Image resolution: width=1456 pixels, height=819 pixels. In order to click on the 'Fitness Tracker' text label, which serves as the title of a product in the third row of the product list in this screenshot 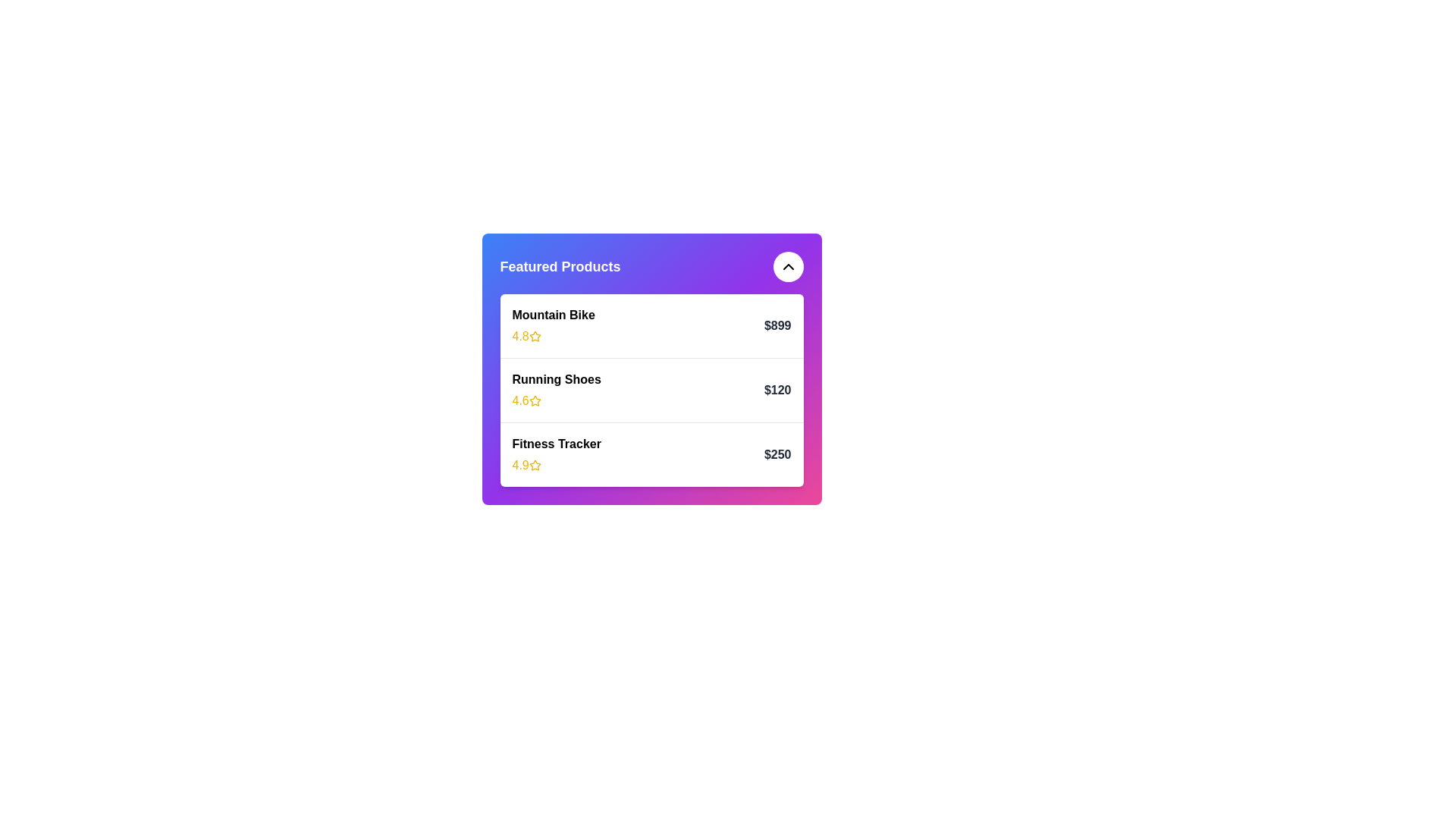, I will do `click(556, 444)`.